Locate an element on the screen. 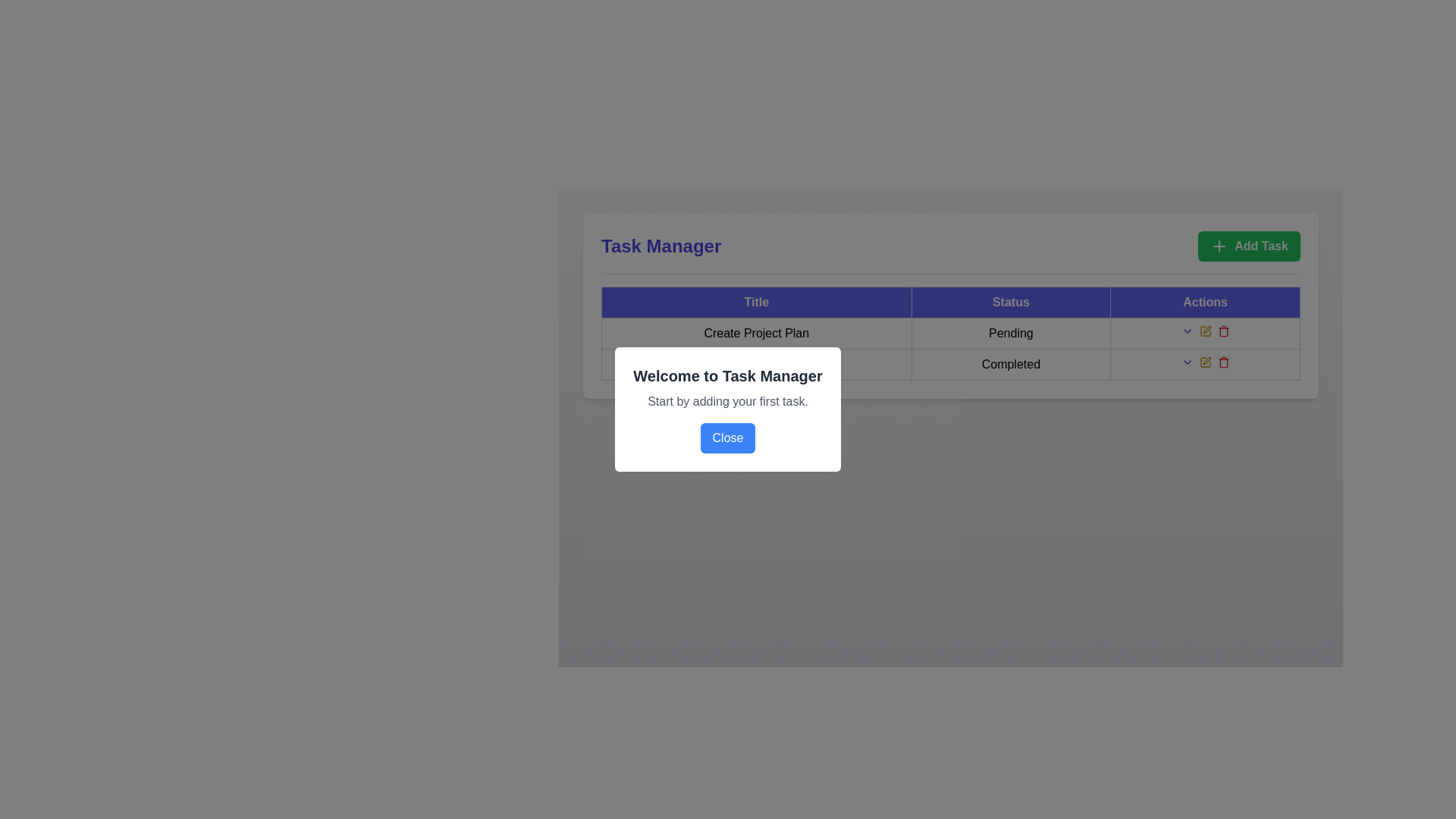  the static text label displaying the message 'Start by adding your first task.' located beneath the header 'Welcome to Task Manager.' is located at coordinates (728, 400).